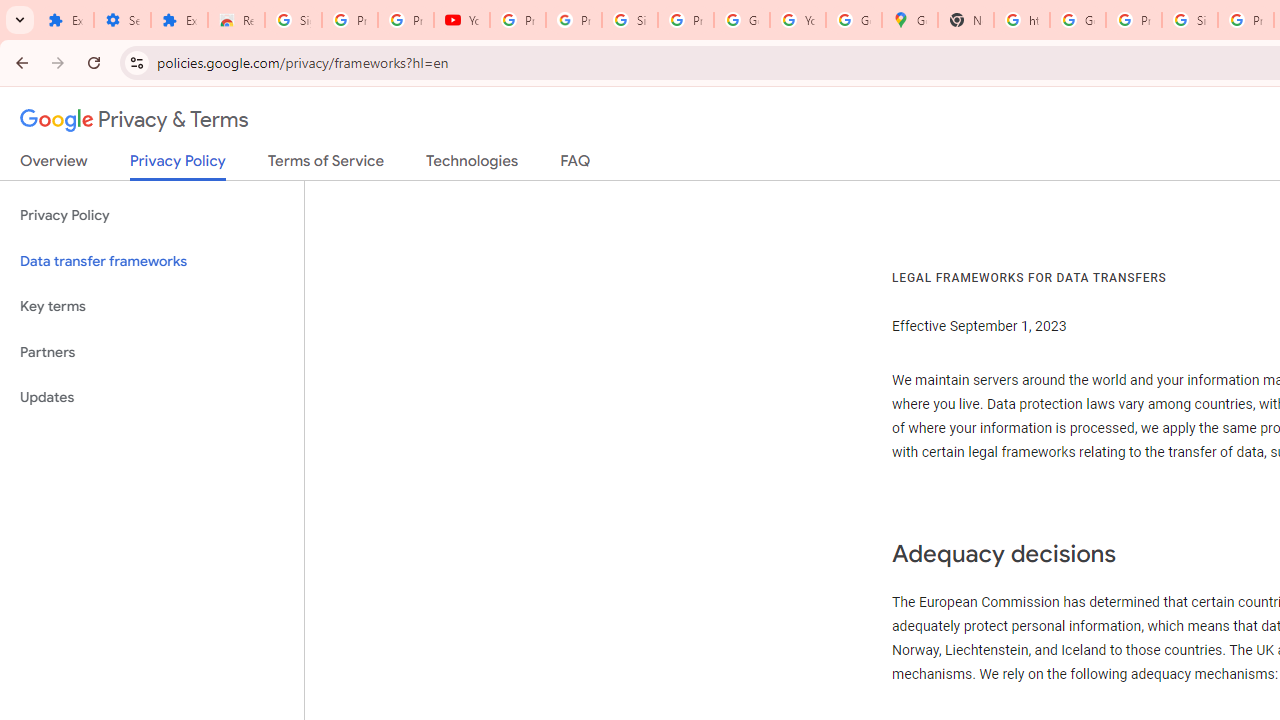 The width and height of the screenshot is (1280, 720). I want to click on 'New Tab', so click(966, 20).